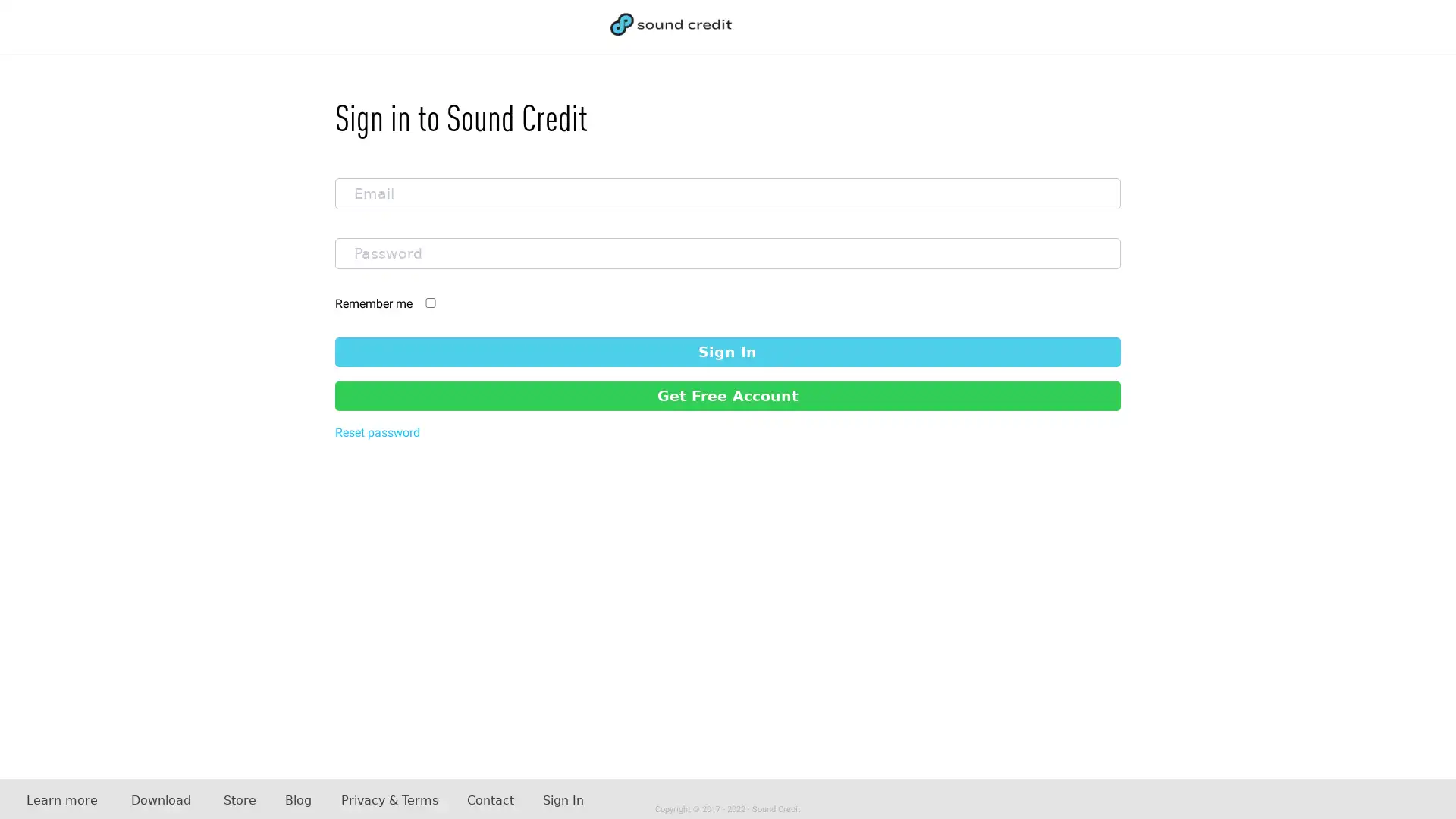  Describe the element at coordinates (726, 394) in the screenshot. I see `Get Free Account` at that location.